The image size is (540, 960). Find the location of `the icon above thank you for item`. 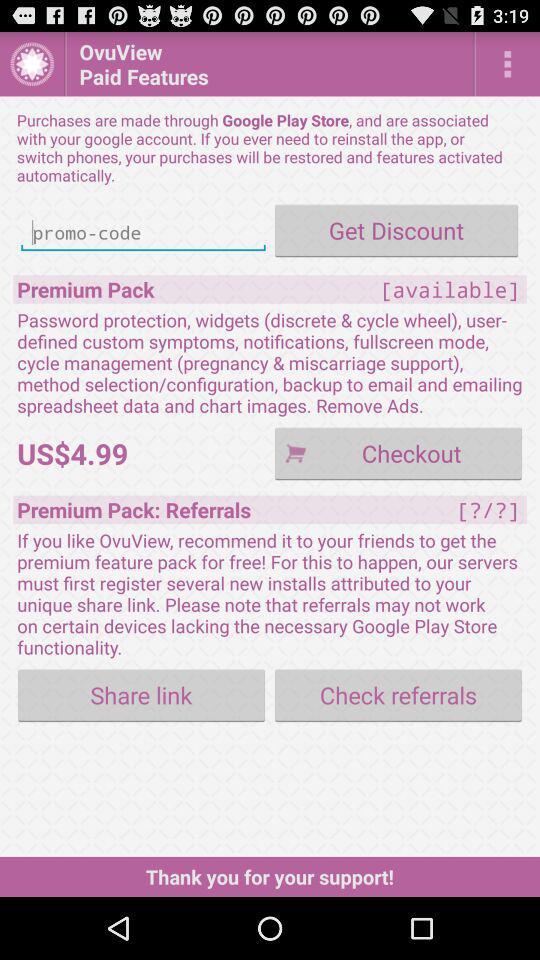

the icon above thank you for item is located at coordinates (398, 695).